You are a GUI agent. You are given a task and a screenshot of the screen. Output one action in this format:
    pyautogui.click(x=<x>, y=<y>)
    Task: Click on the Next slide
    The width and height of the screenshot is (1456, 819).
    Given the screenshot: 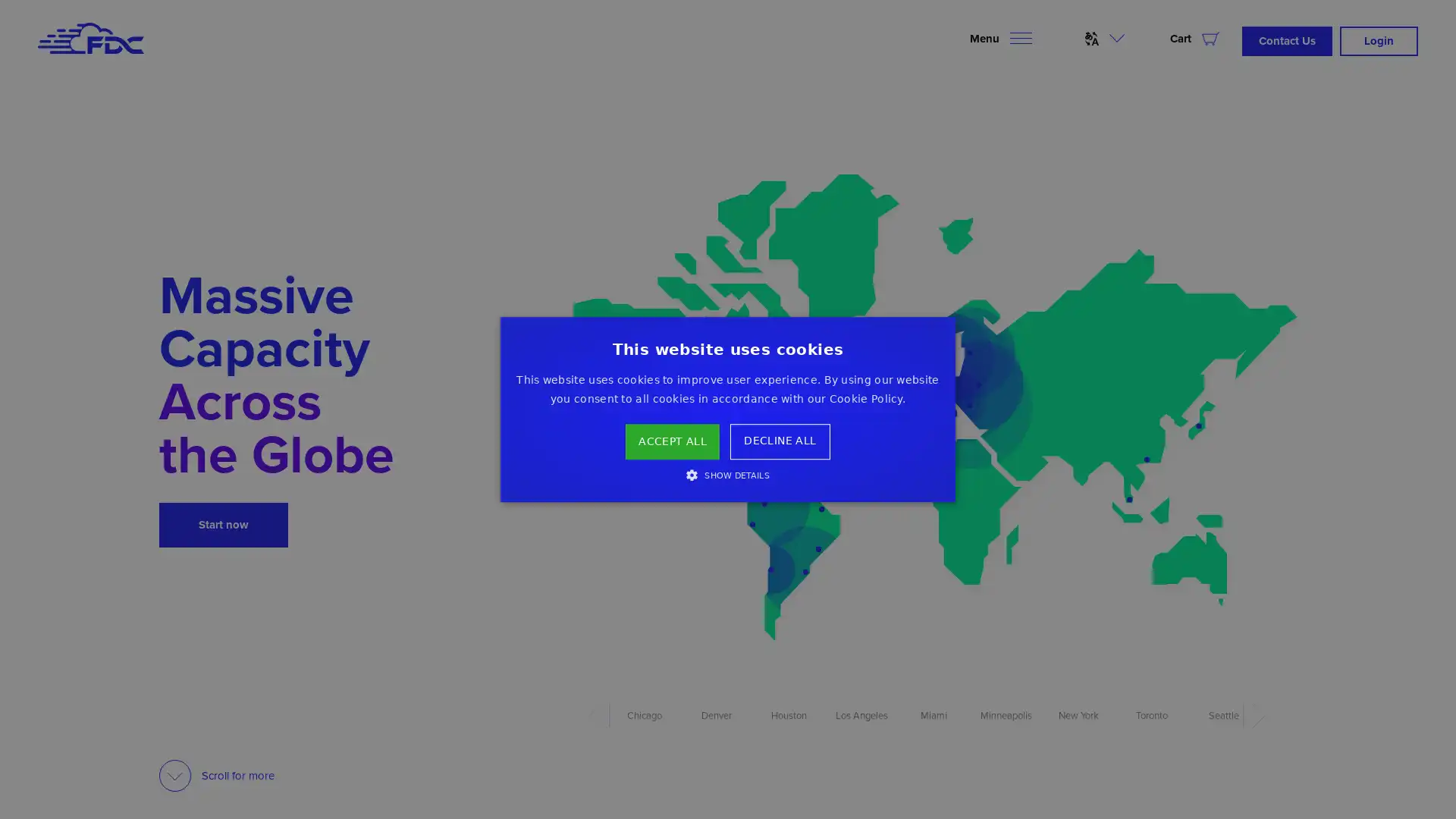 What is the action you would take?
    pyautogui.click(x=1254, y=716)
    